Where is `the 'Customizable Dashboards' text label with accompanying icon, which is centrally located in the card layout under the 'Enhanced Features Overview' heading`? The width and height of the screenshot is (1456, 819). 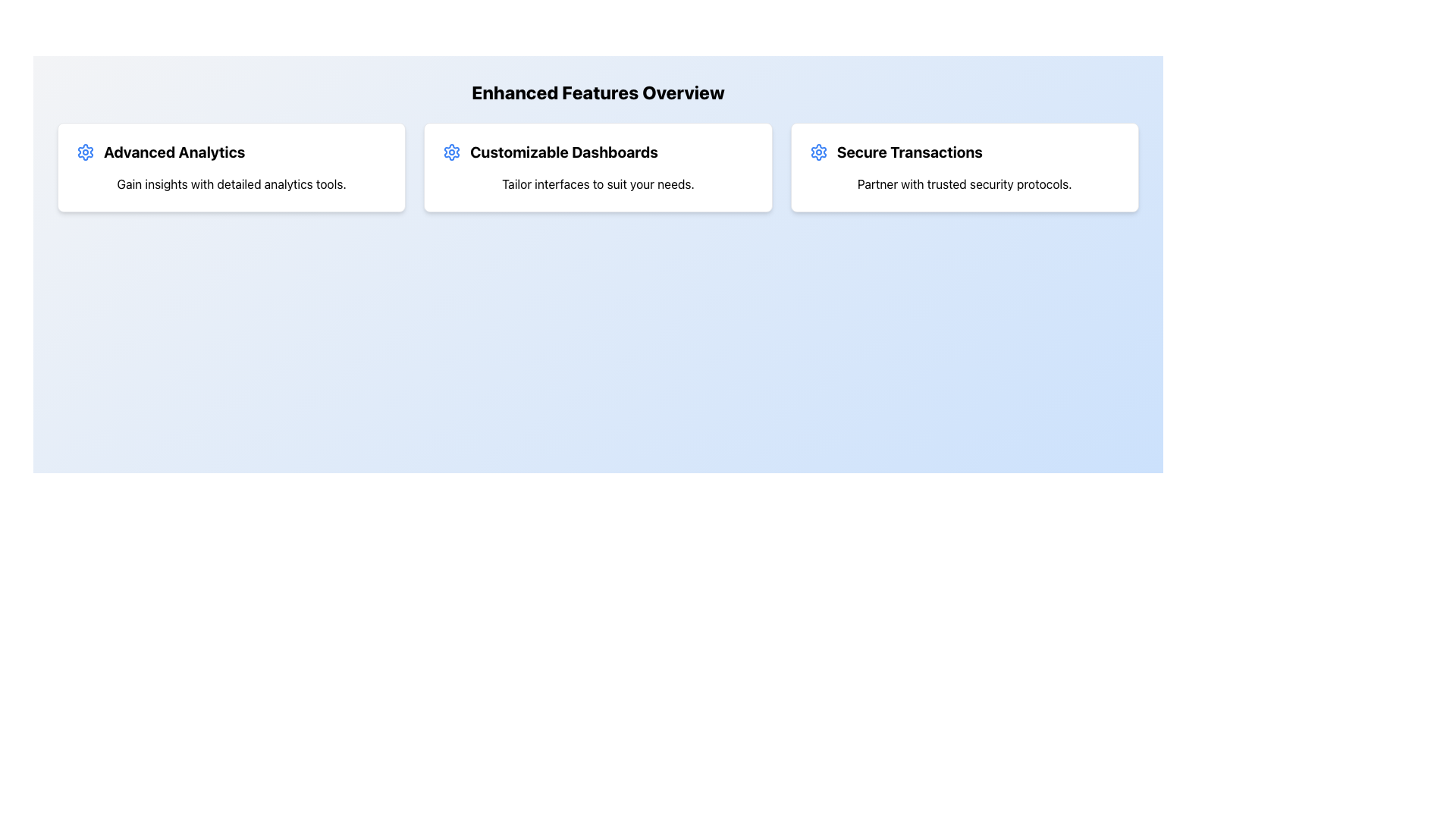
the 'Customizable Dashboards' text label with accompanying icon, which is centrally located in the card layout under the 'Enhanced Features Overview' heading is located at coordinates (597, 152).